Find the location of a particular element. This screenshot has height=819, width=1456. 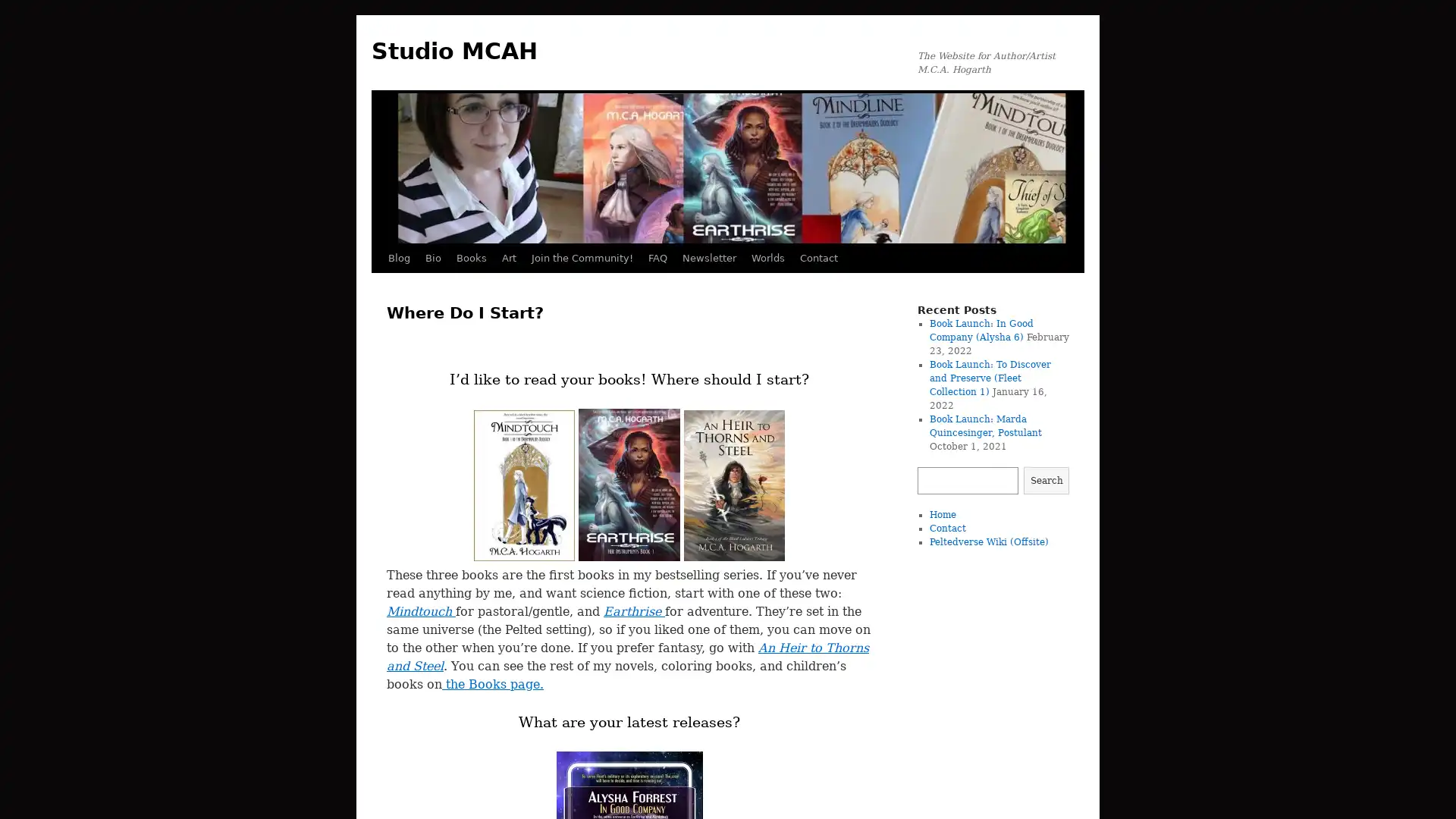

Search is located at coordinates (1046, 480).